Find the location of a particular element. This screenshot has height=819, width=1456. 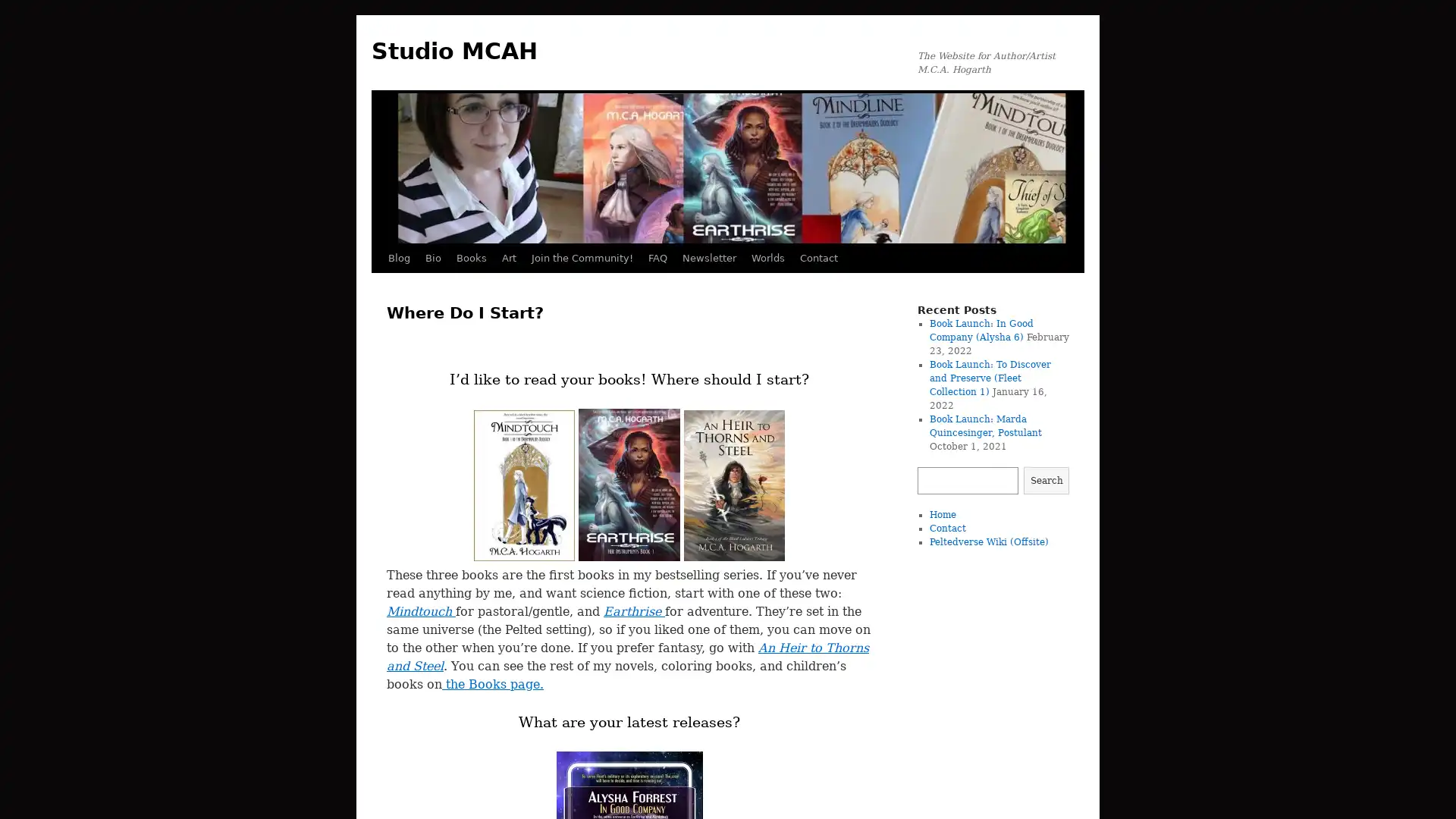

Search is located at coordinates (1046, 480).